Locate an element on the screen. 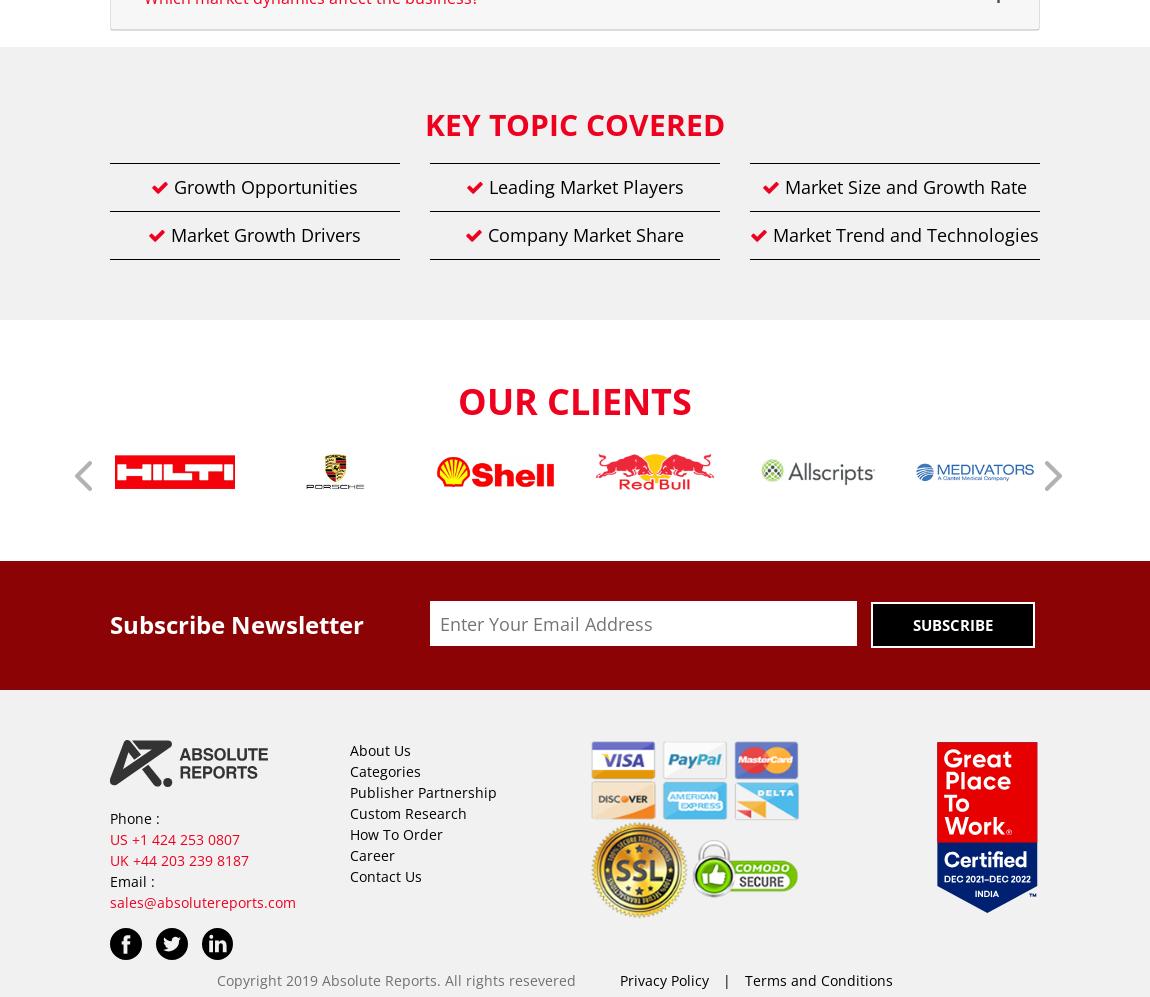  'Privacy Policy' is located at coordinates (618, 979).